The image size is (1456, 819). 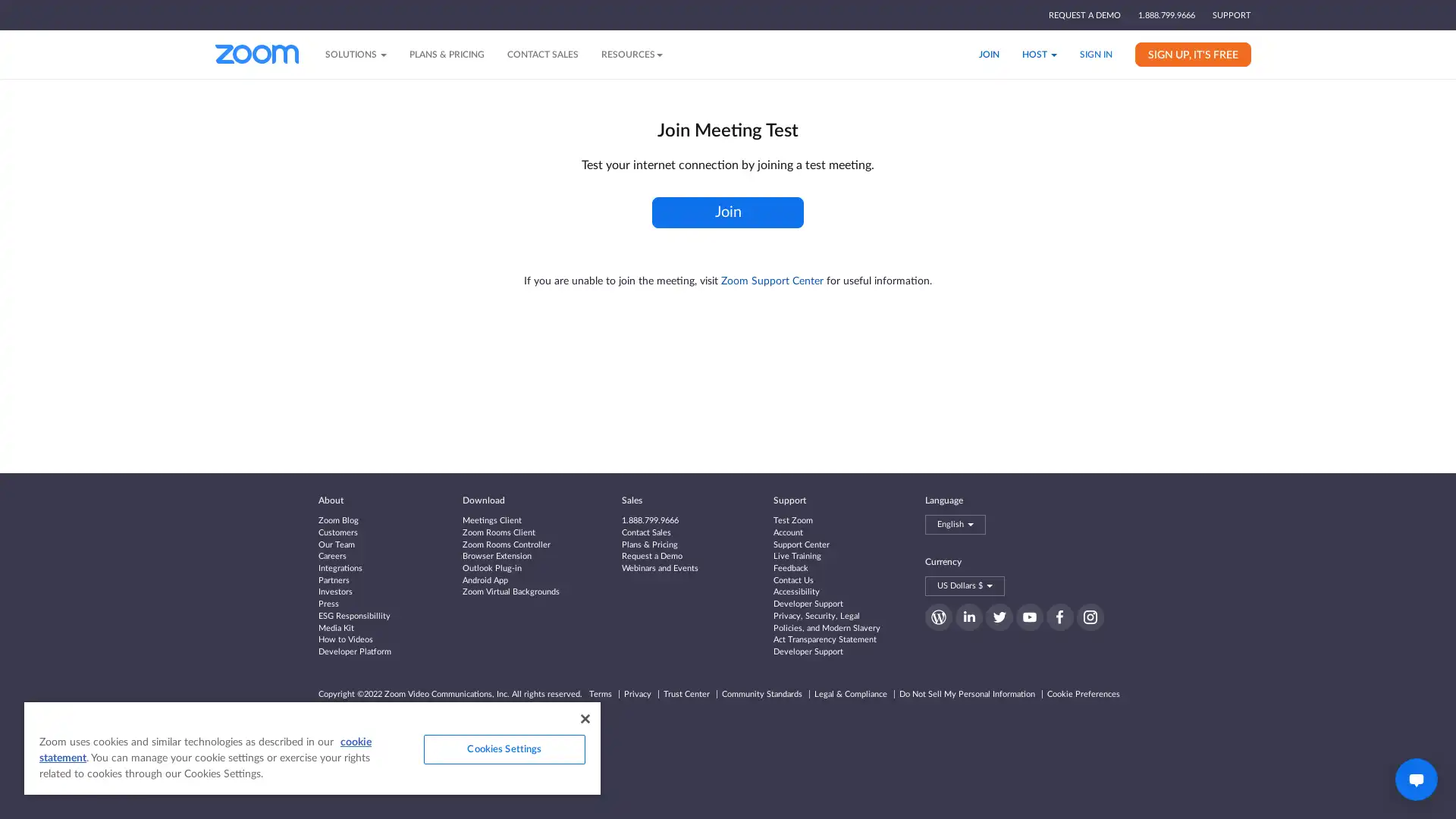 I want to click on Cookies Settings, so click(x=504, y=748).